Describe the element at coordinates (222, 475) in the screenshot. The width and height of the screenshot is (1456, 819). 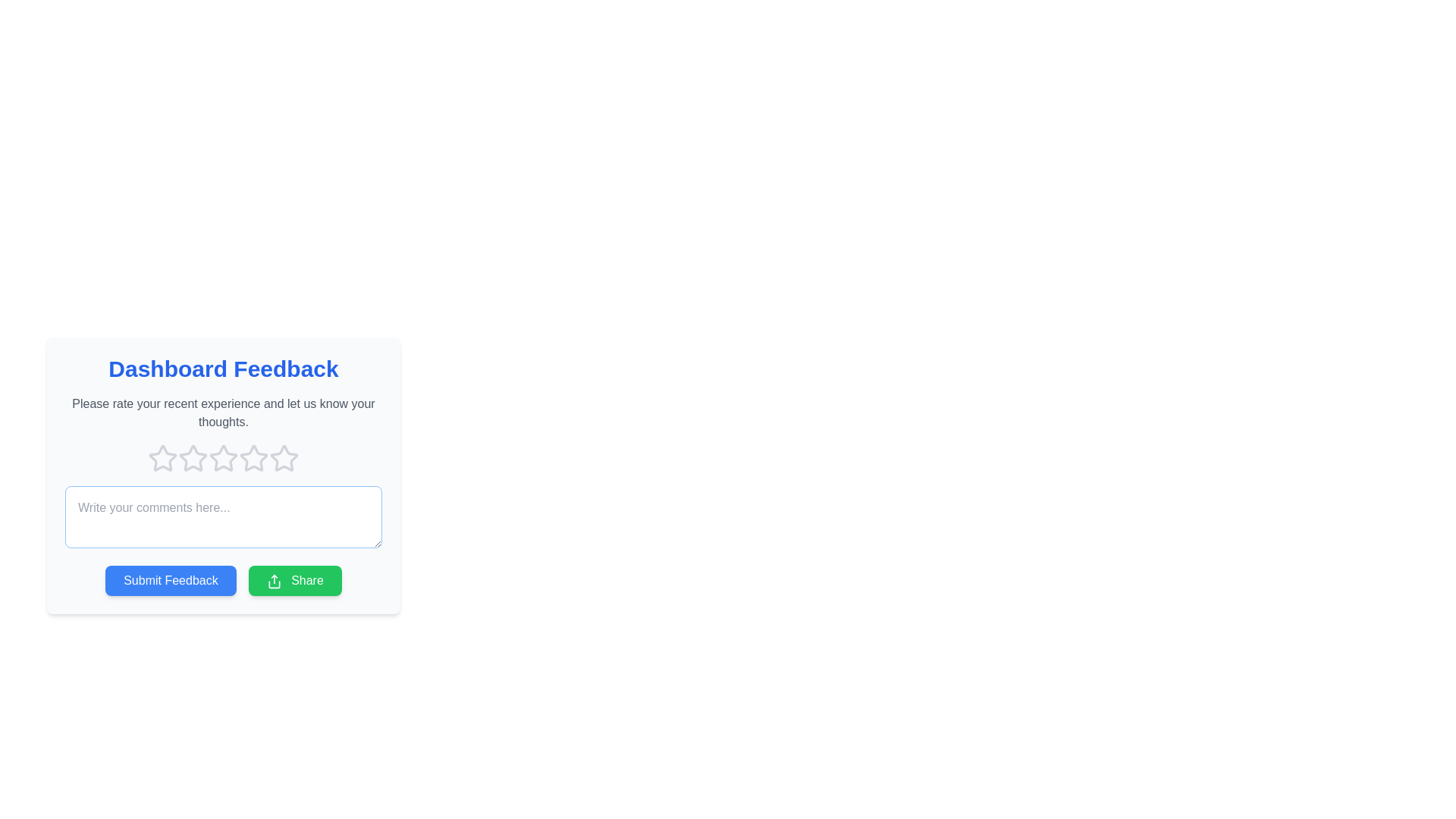
I see `the multi-choice rating component with star symbols located` at that location.